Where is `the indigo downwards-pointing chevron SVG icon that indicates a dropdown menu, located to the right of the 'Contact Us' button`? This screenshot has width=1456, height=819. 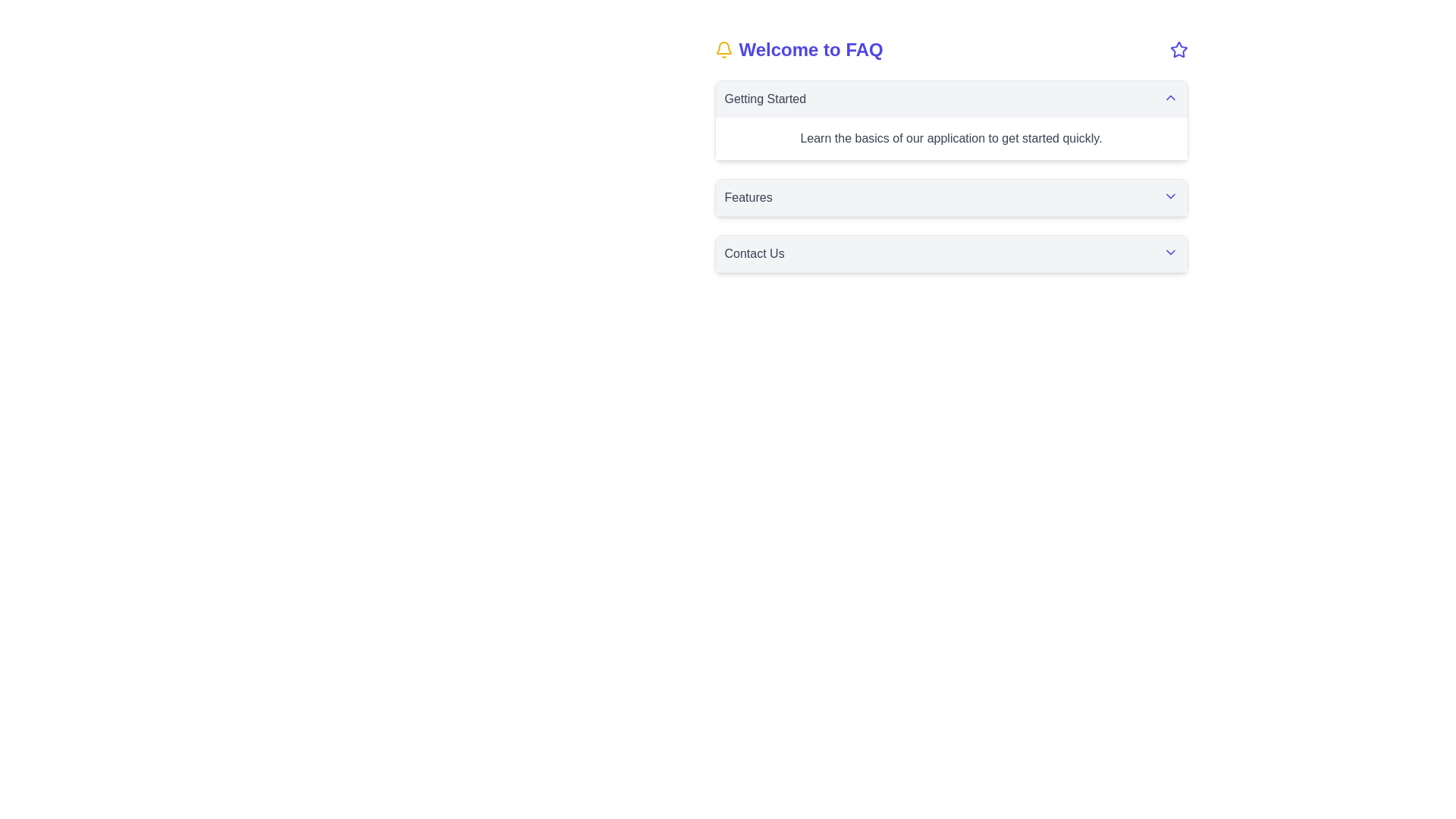 the indigo downwards-pointing chevron SVG icon that indicates a dropdown menu, located to the right of the 'Contact Us' button is located at coordinates (1169, 251).